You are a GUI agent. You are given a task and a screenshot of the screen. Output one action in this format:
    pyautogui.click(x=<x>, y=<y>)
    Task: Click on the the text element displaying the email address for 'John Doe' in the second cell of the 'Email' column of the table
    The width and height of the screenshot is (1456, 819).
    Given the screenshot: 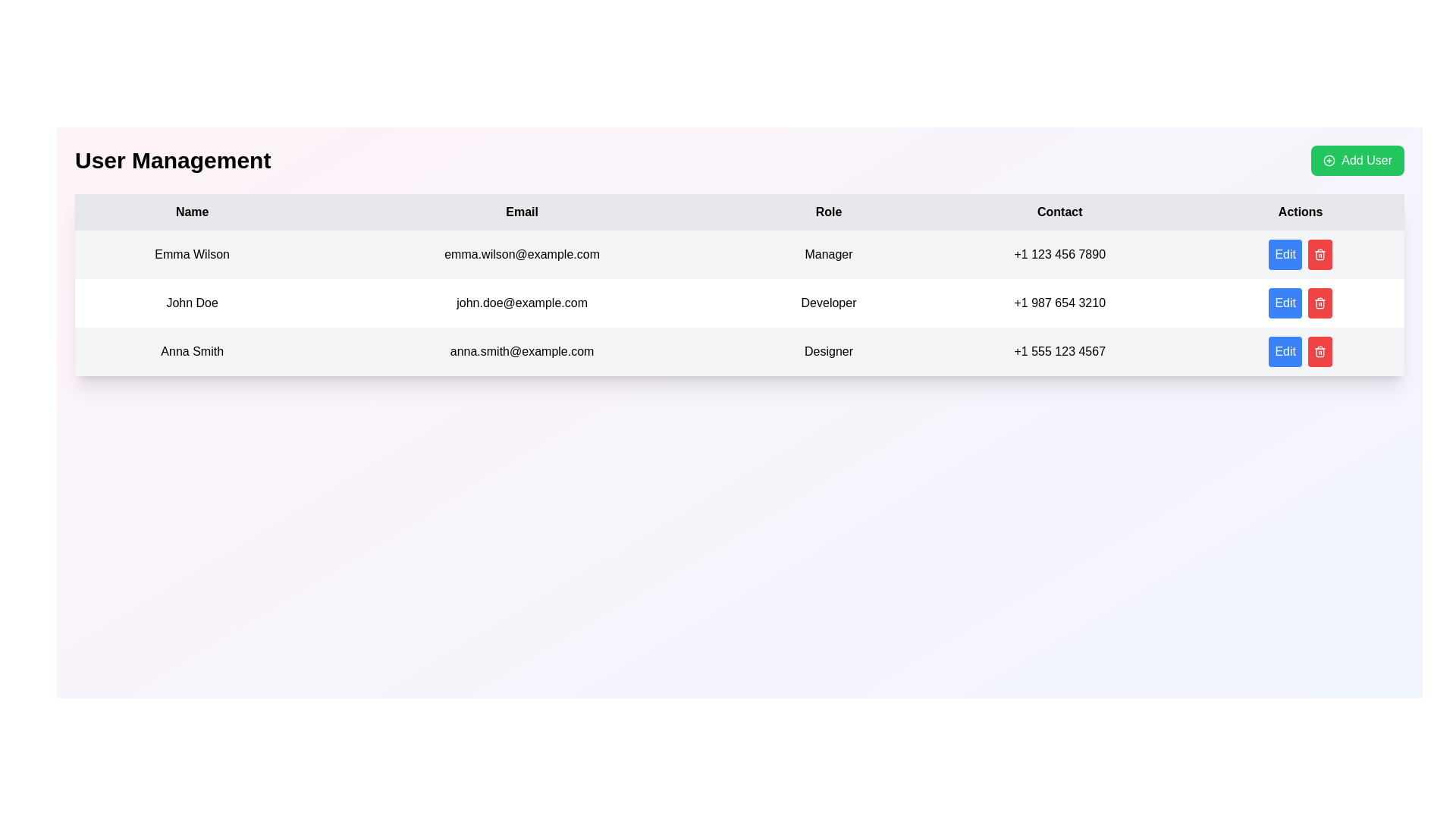 What is the action you would take?
    pyautogui.click(x=522, y=303)
    